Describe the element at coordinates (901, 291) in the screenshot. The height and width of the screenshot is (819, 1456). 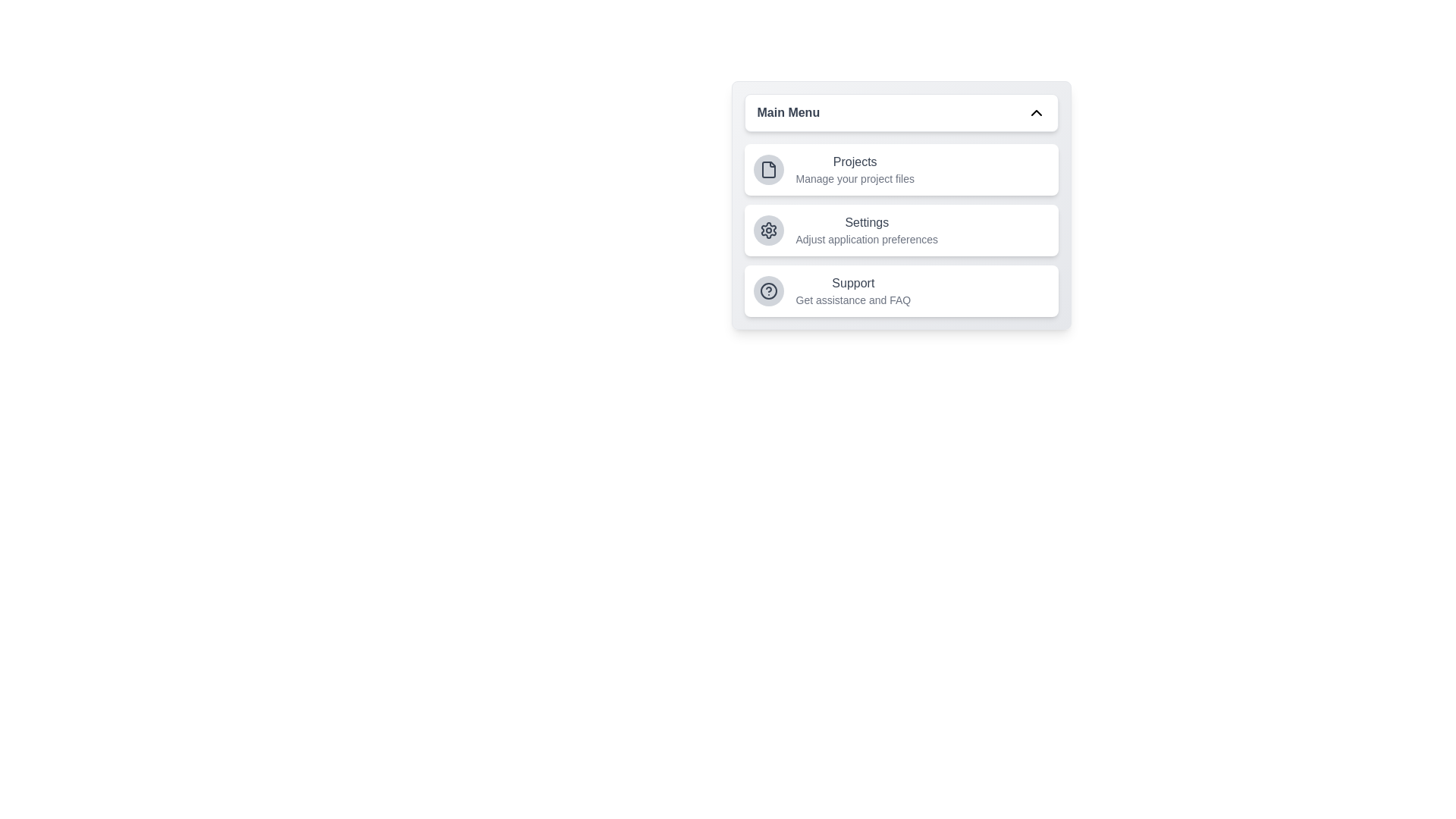
I see `the menu item corresponding to Support` at that location.